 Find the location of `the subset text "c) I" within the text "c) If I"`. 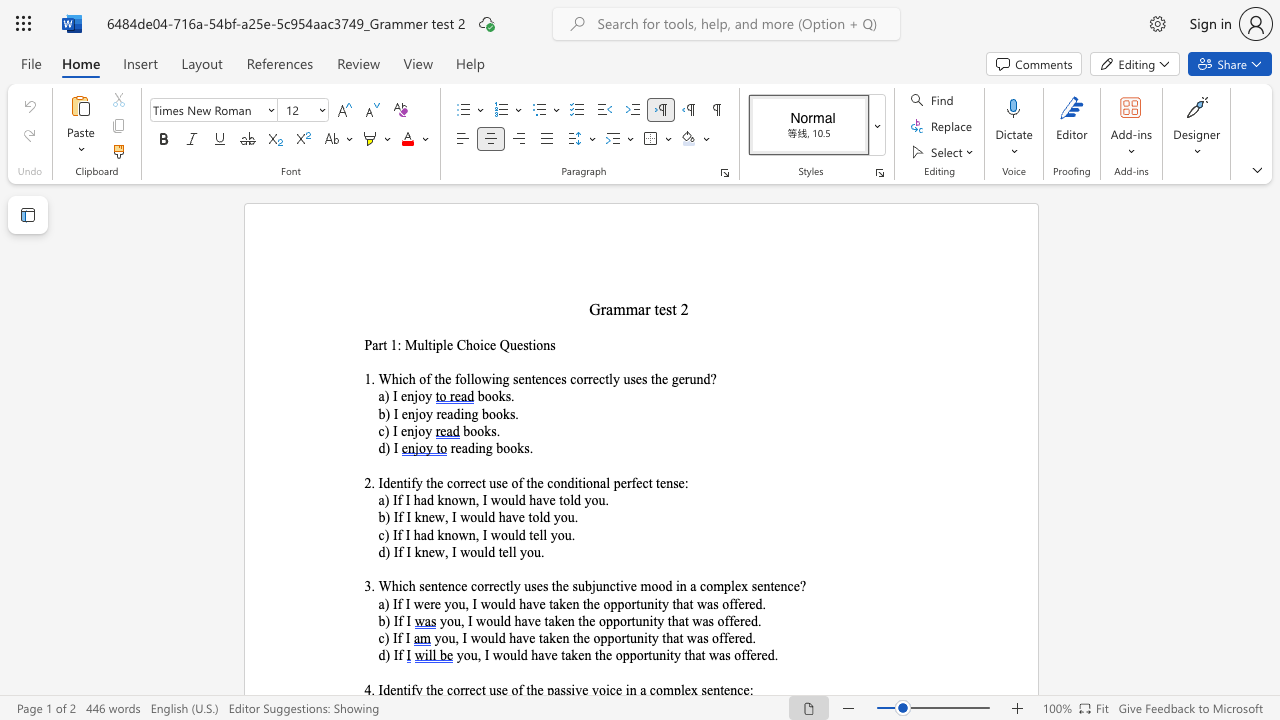

the subset text "c) I" within the text "c) If I" is located at coordinates (378, 638).